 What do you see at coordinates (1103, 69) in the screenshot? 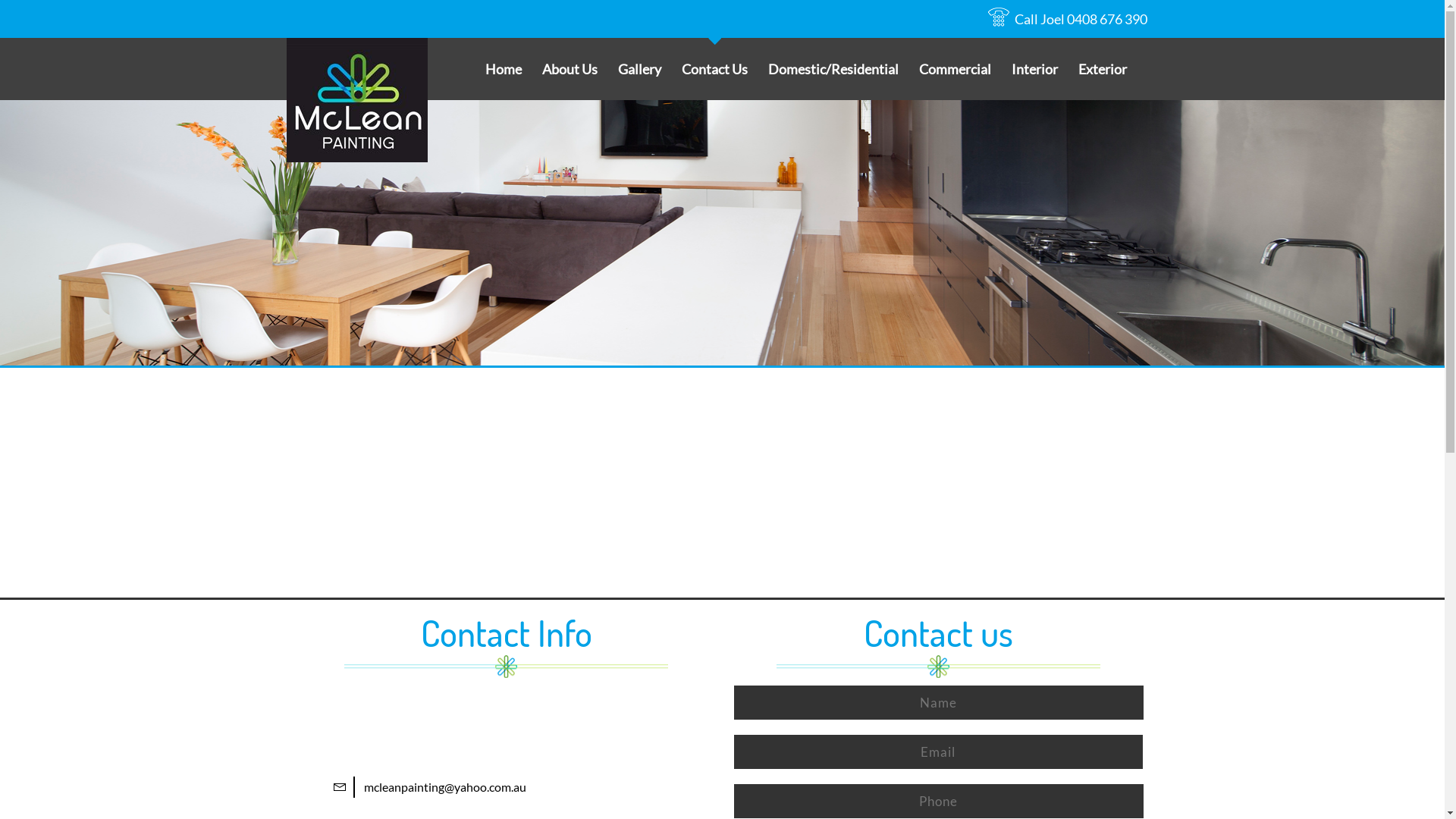
I see `'Exterior'` at bounding box center [1103, 69].